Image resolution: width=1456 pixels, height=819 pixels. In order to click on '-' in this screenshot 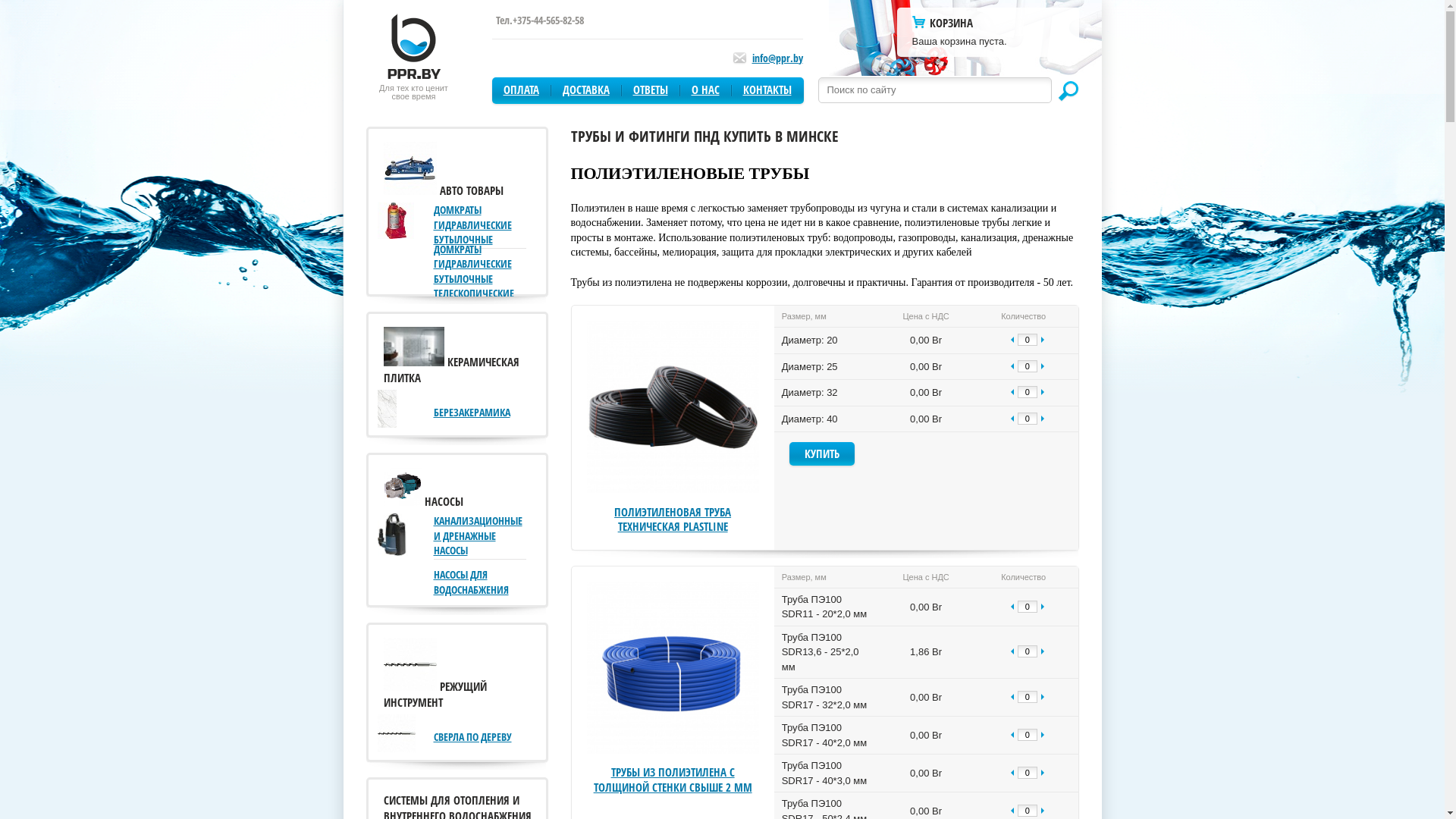, I will do `click(1007, 419)`.